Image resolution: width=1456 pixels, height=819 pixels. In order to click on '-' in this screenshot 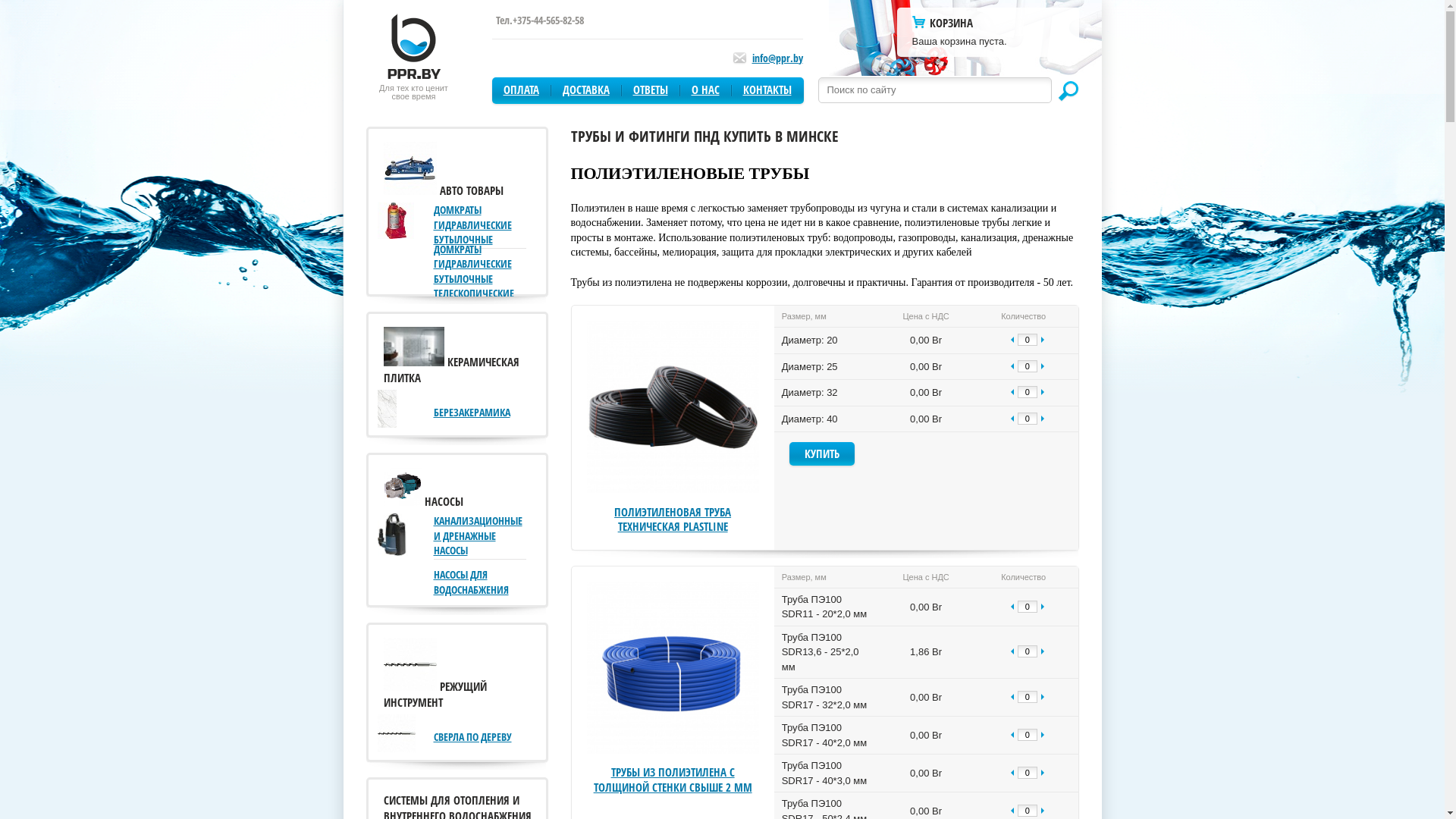, I will do `click(1007, 419)`.